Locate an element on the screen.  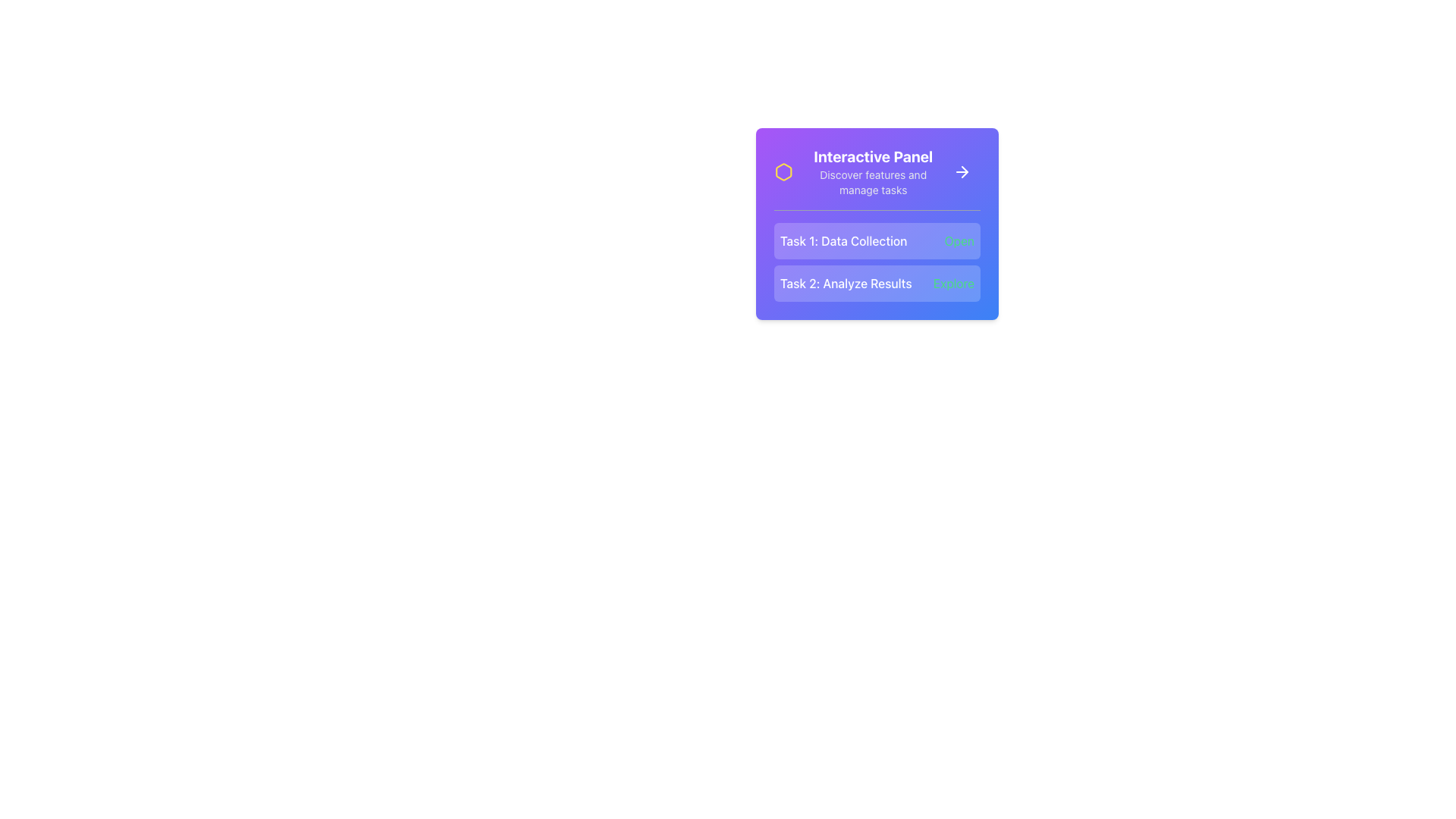
the green-colored text link reading 'Open' located to the right of 'Task 1: Data Collection' is located at coordinates (959, 240).